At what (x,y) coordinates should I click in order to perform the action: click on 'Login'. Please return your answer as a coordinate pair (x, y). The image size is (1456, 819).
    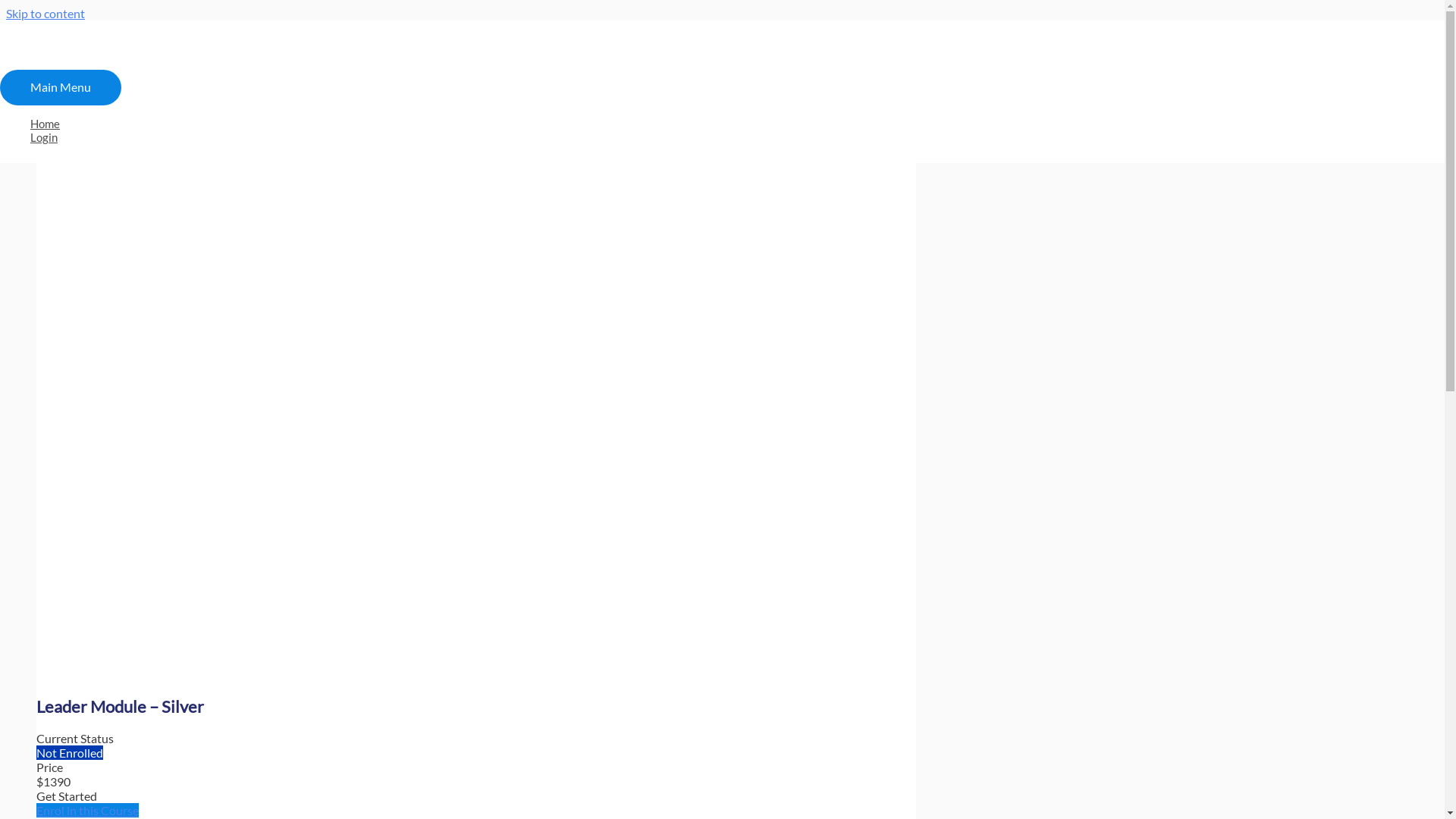
    Looking at the image, I should click on (30, 137).